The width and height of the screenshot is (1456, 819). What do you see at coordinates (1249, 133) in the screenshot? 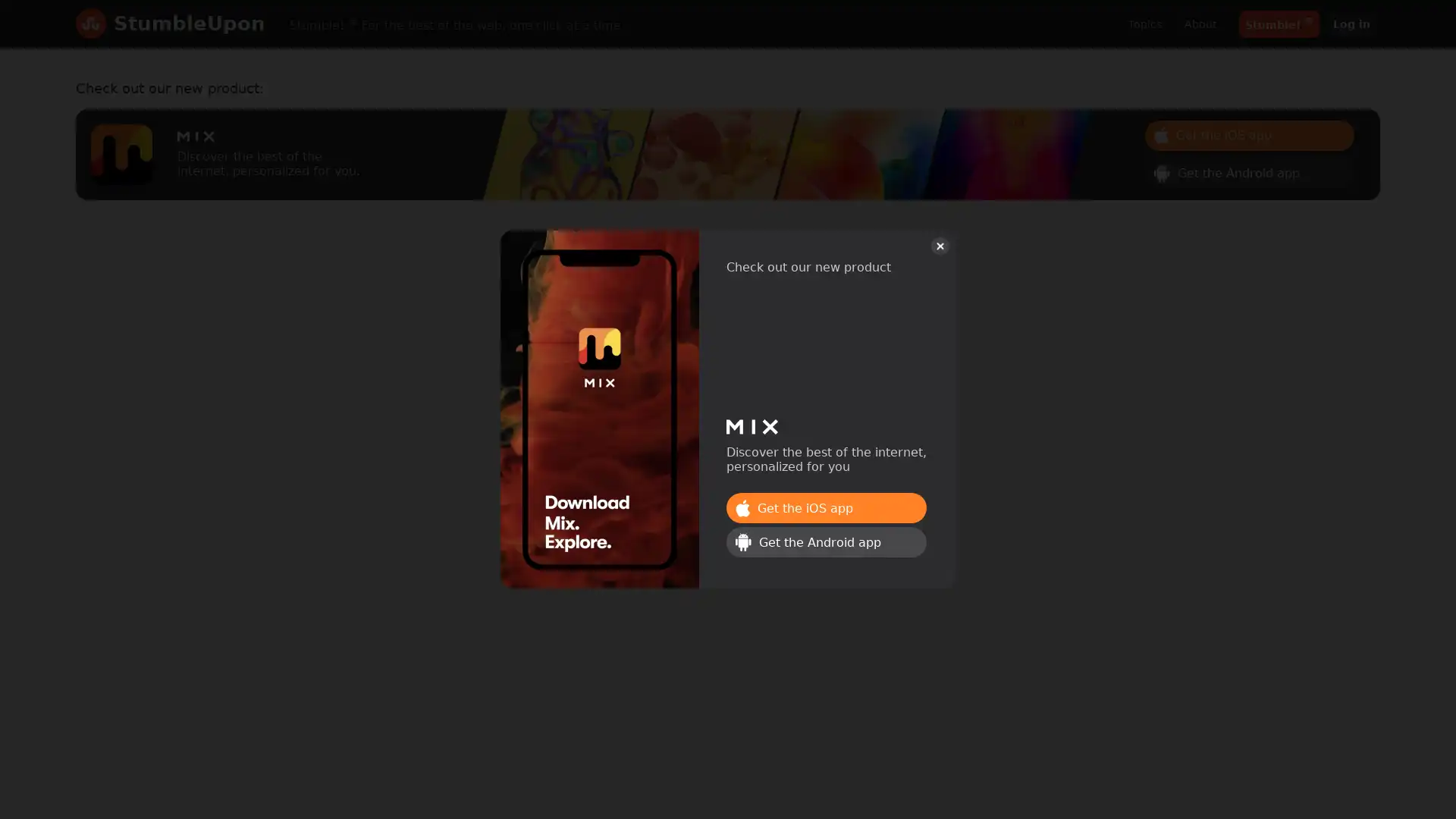
I see `Header Image 1 Get the iOS app` at bounding box center [1249, 133].